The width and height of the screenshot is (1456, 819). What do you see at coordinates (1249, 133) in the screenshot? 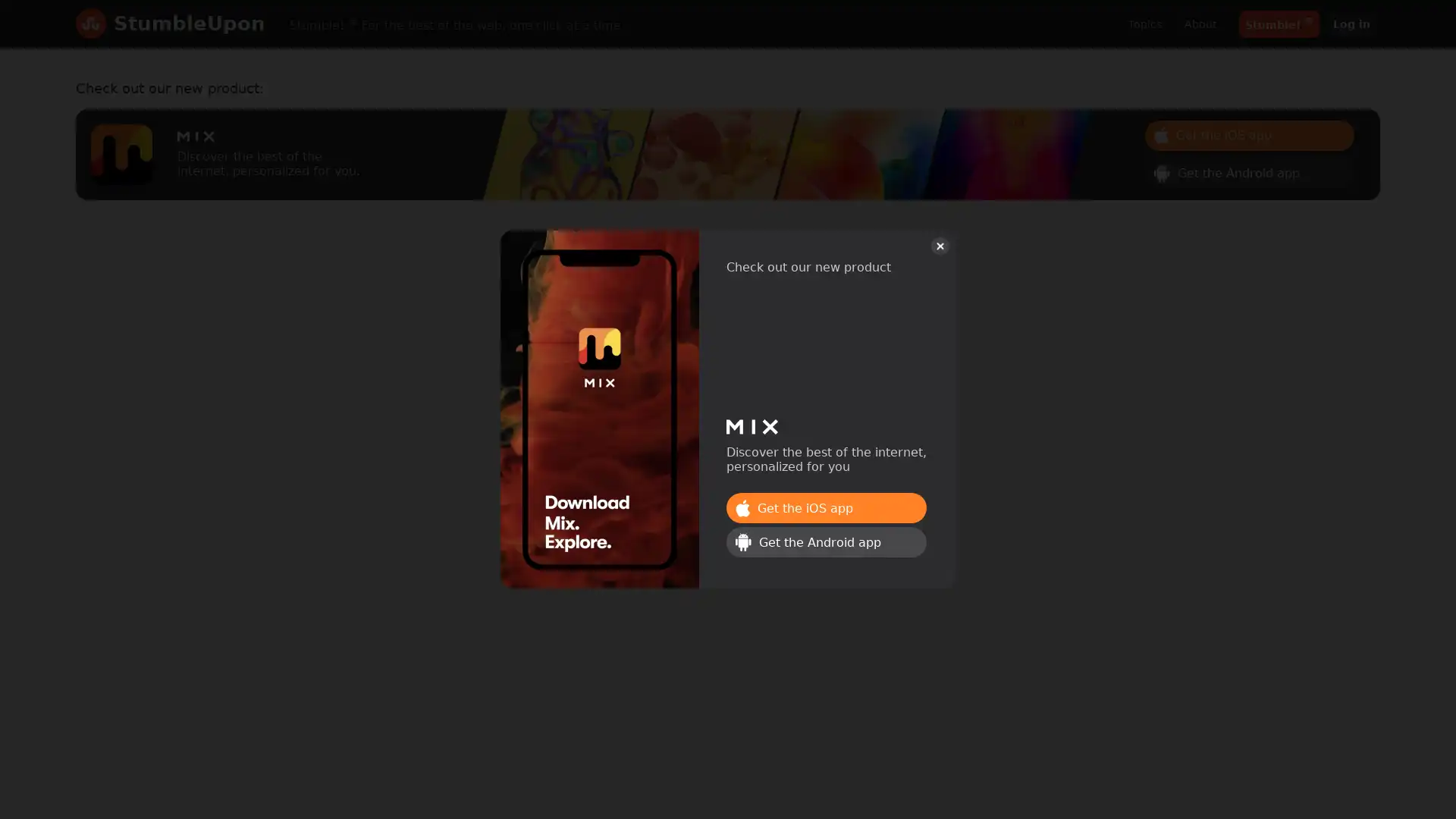
I see `Header Image 1 Get the iOS app` at bounding box center [1249, 133].